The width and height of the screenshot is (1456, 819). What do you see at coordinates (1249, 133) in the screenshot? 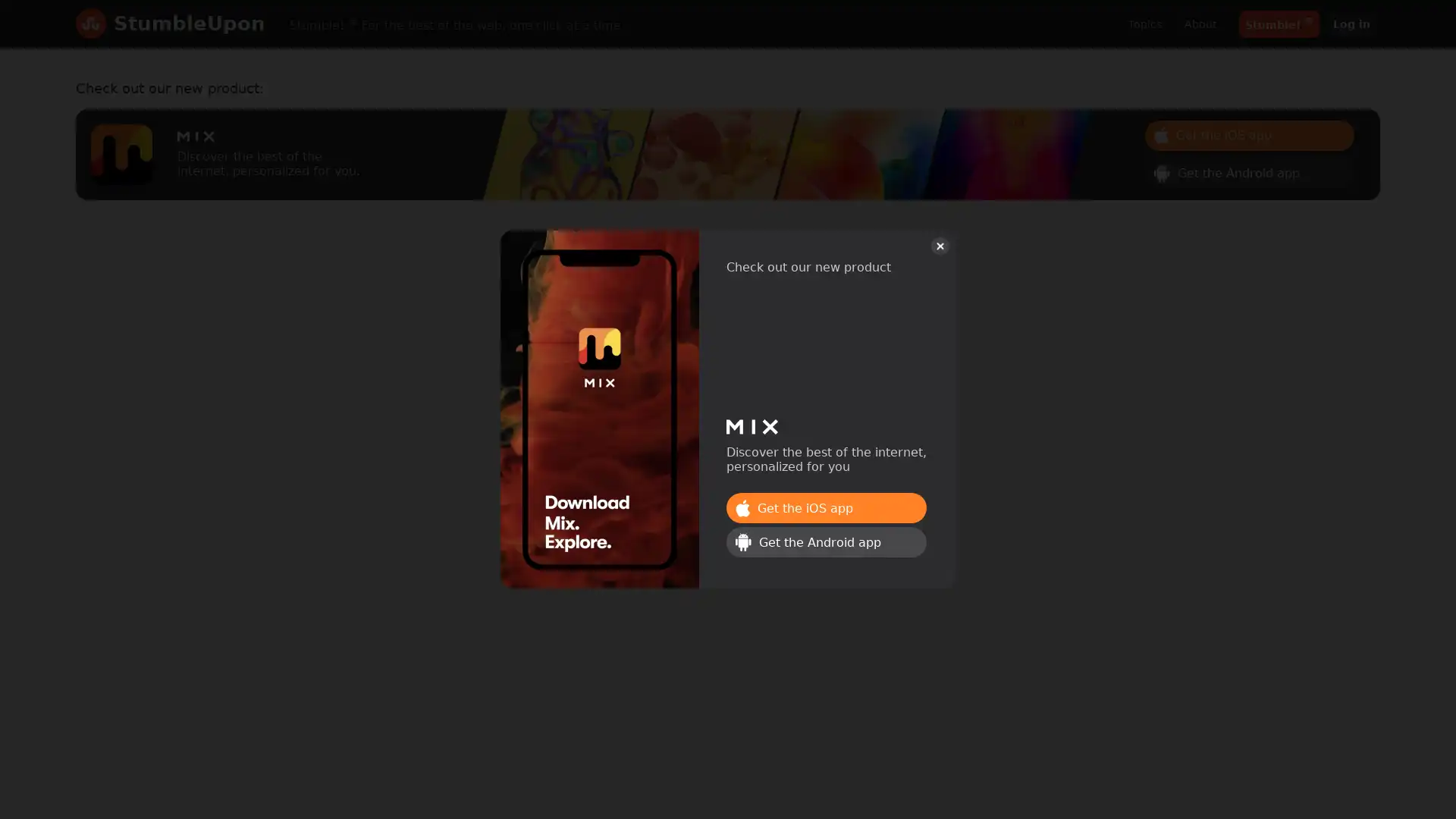
I see `Header Image 1 Get the iOS app` at bounding box center [1249, 133].